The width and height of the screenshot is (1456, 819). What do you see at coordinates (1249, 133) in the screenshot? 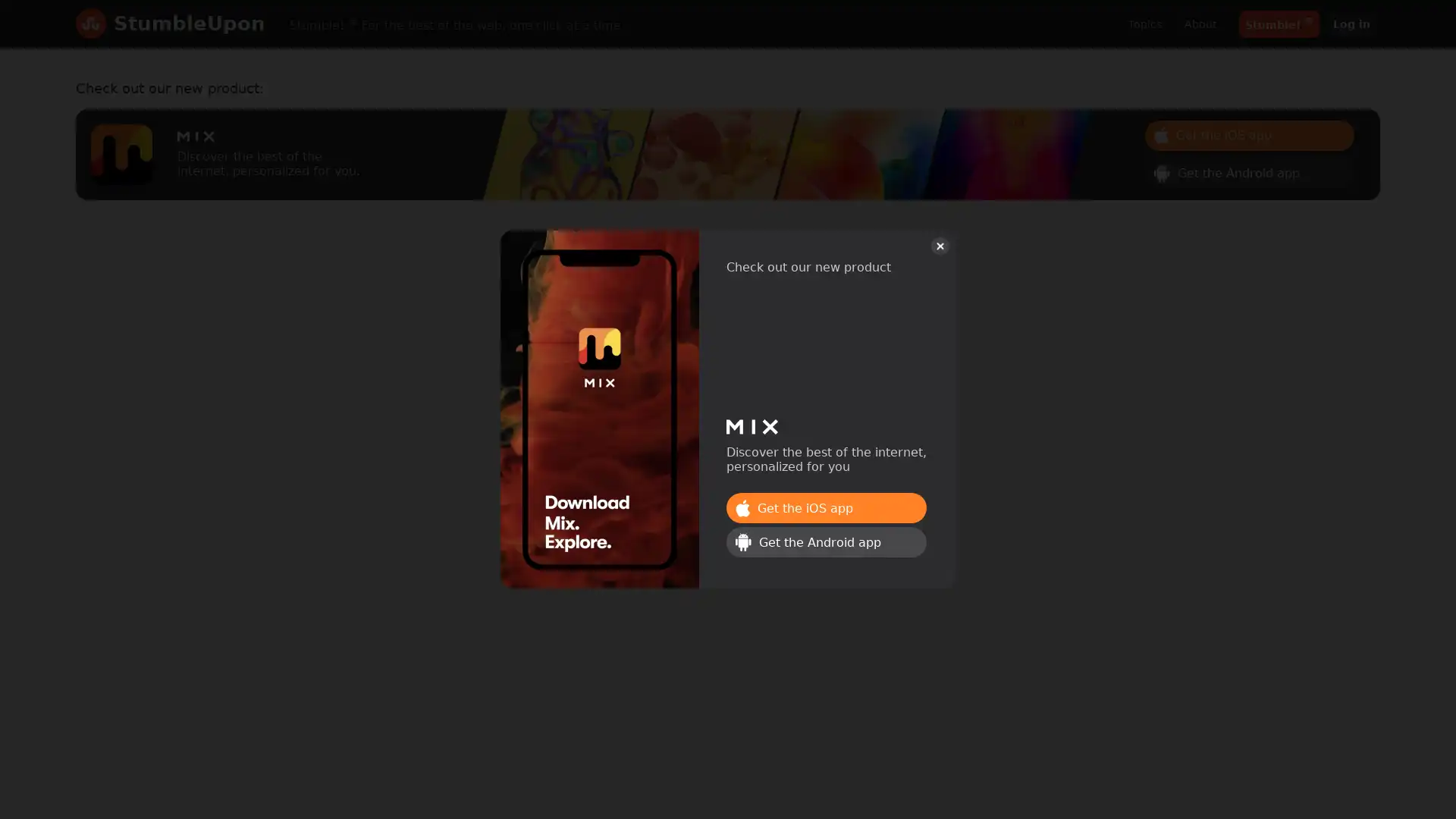
I see `Header Image 1 Get the iOS app` at bounding box center [1249, 133].